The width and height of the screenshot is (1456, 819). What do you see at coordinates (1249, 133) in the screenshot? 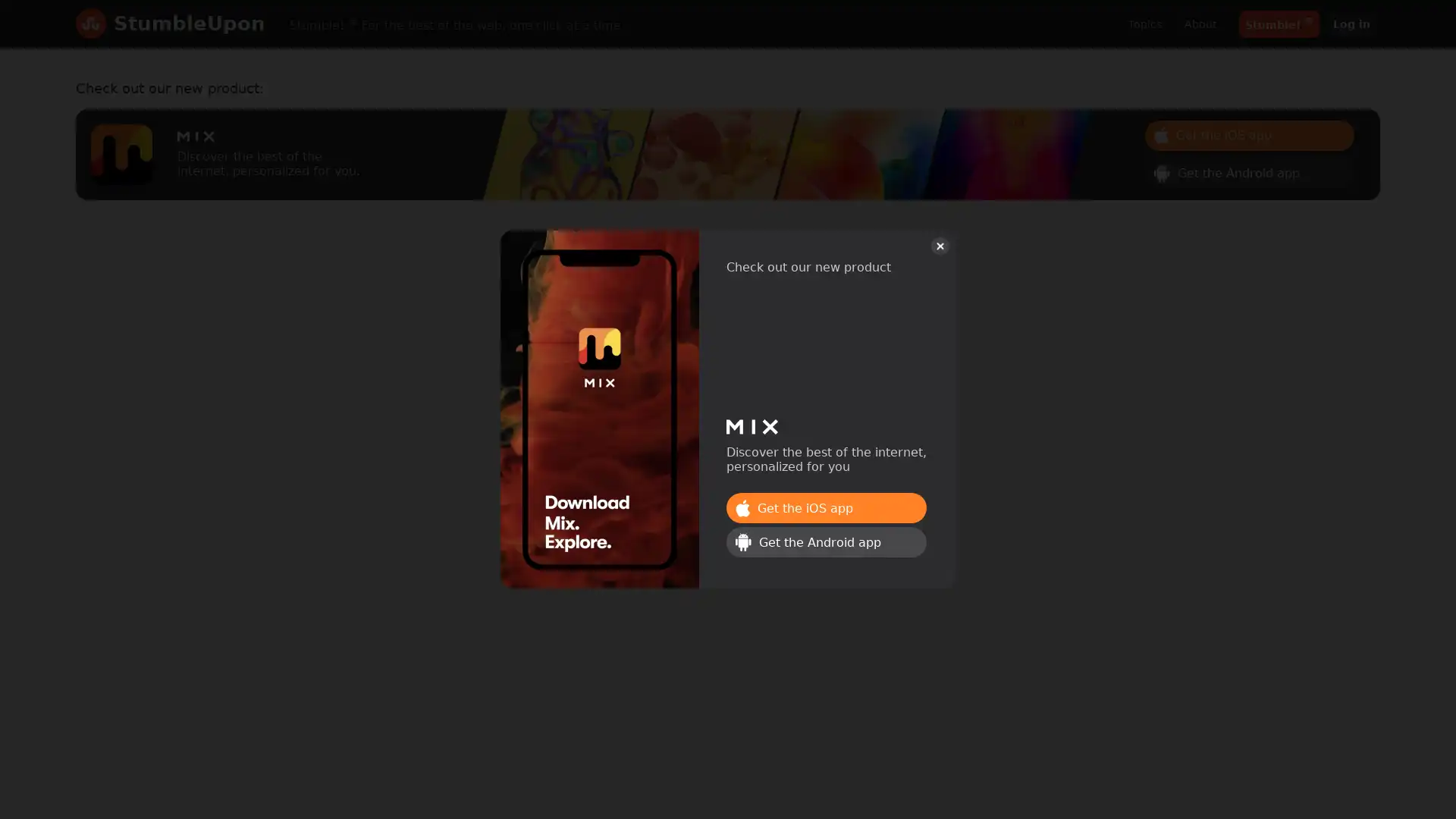
I see `Header Image 1 Get the iOS app` at bounding box center [1249, 133].